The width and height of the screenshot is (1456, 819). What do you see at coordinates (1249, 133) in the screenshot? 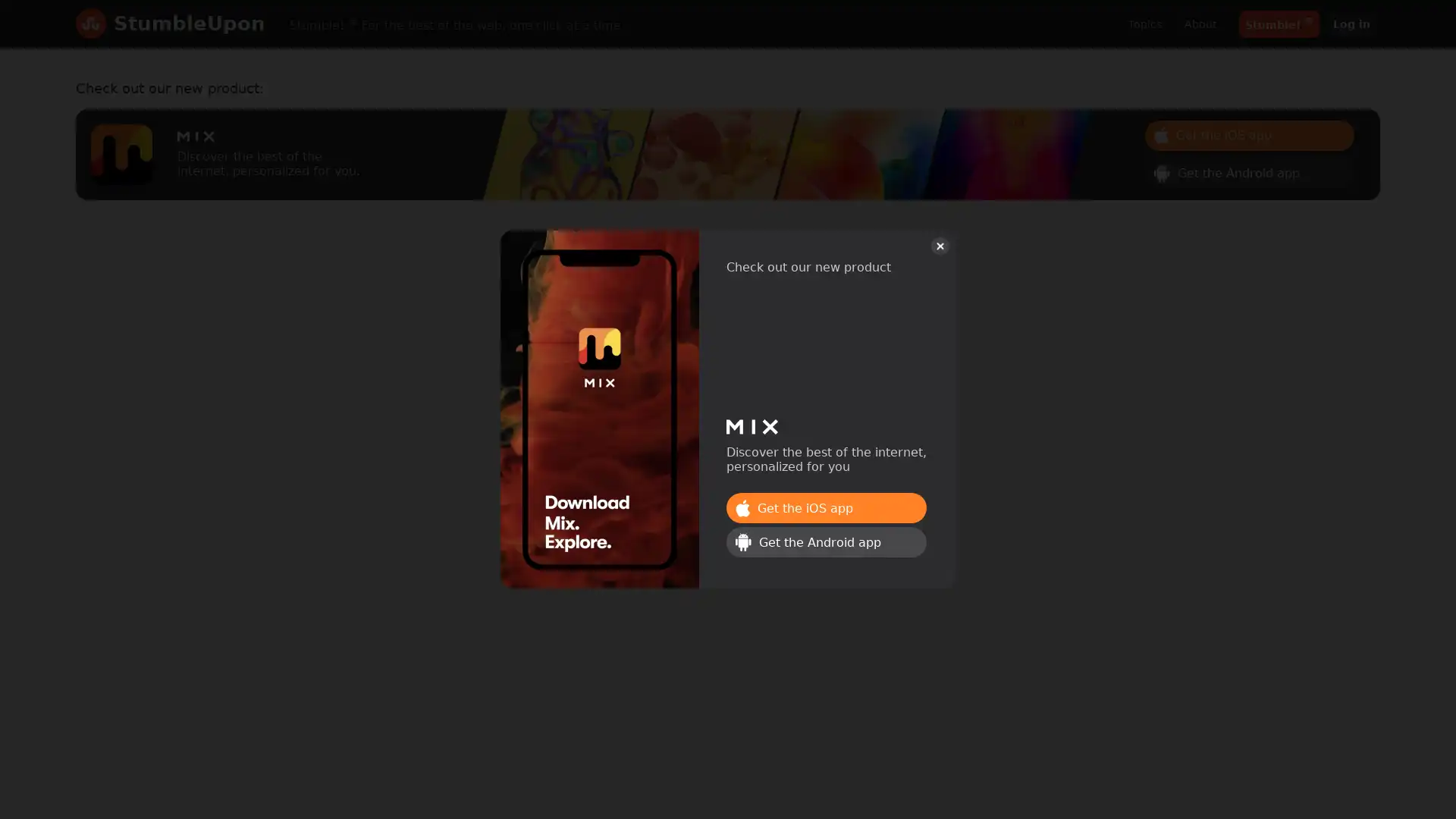
I see `Header Image 1 Get the iOS app` at bounding box center [1249, 133].